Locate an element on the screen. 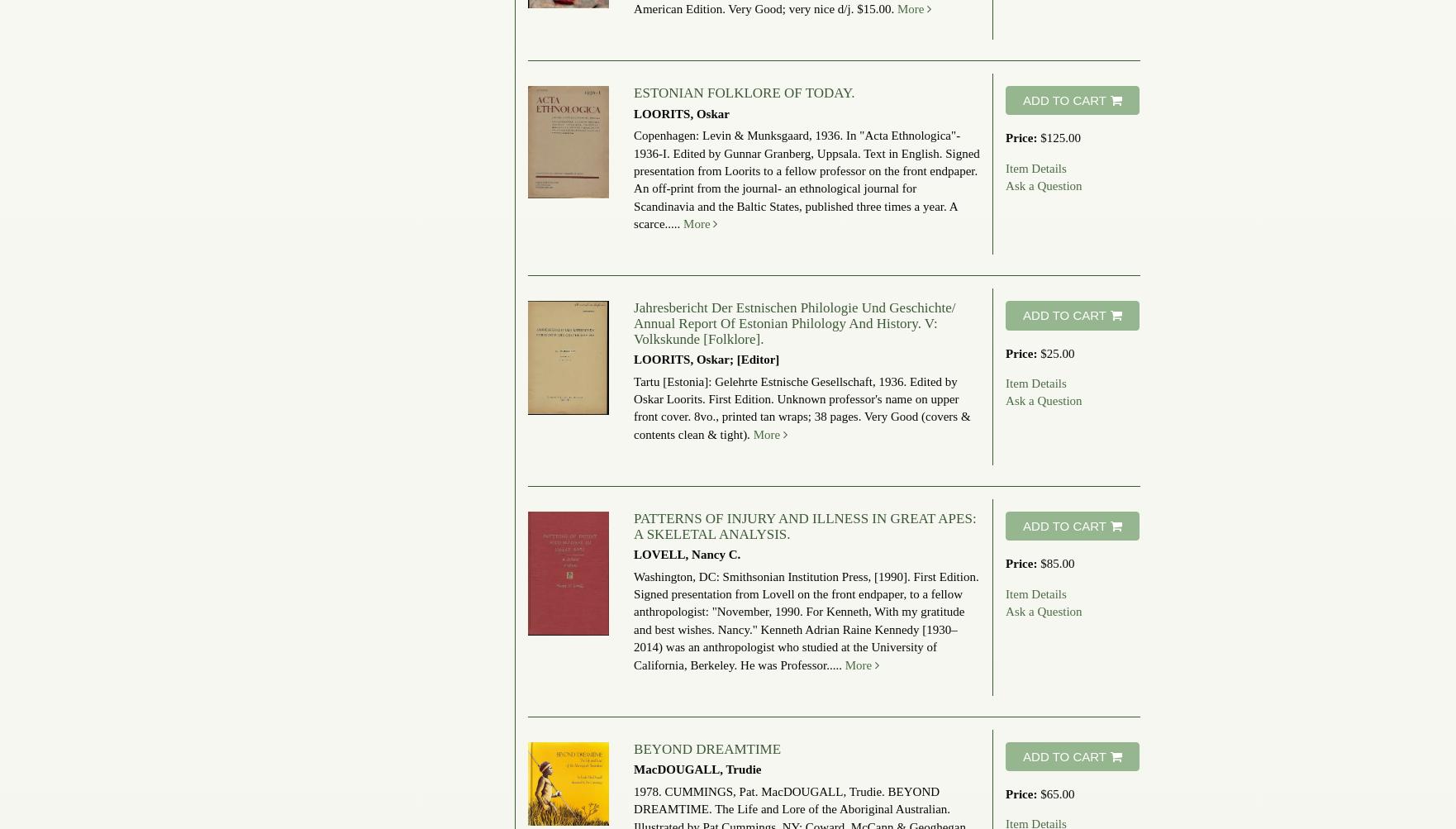  'LOVELL, Nancy C.' is located at coordinates (686, 555).